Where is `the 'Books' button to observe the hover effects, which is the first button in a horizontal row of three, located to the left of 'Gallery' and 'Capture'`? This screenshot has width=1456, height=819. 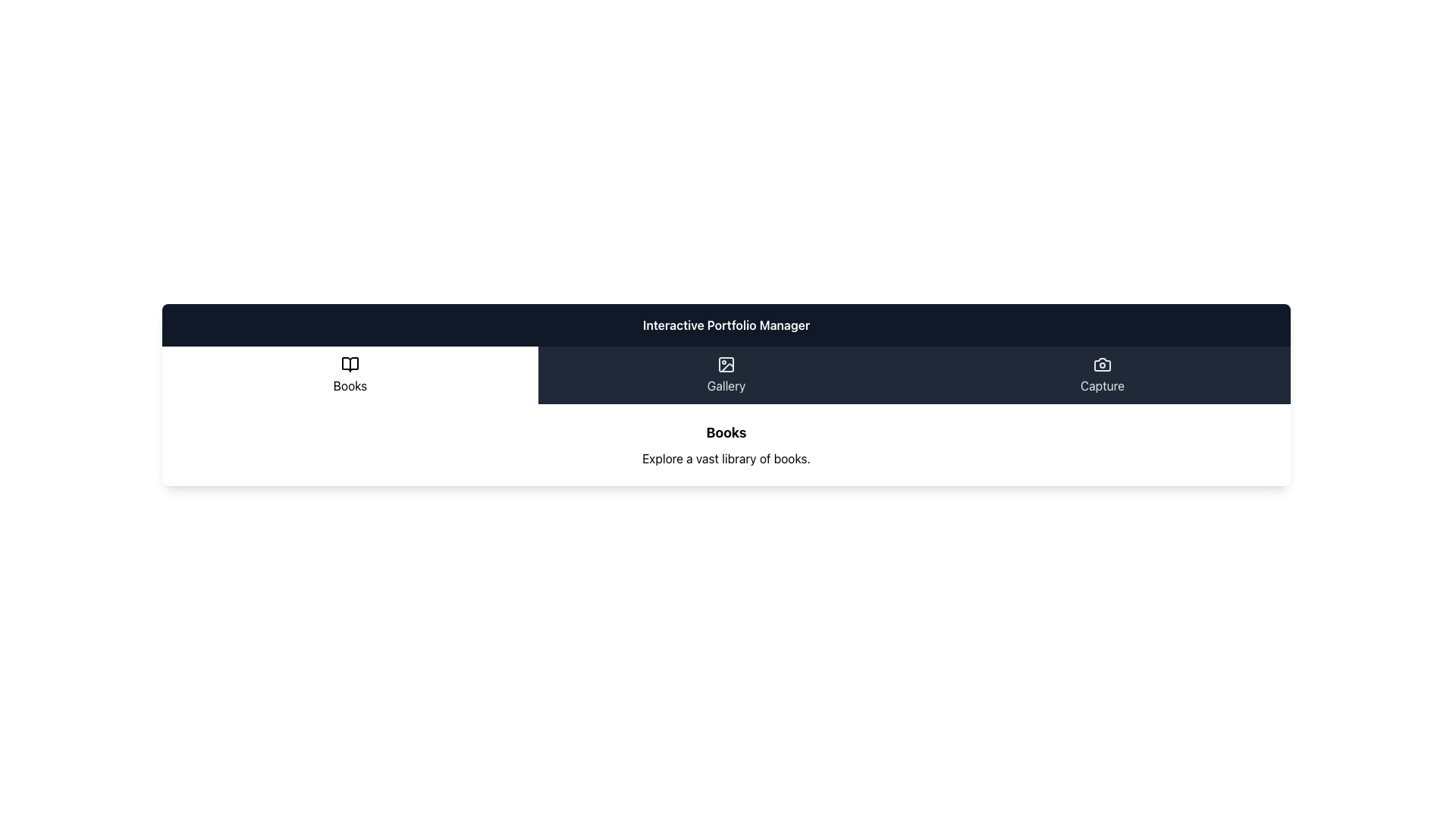 the 'Books' button to observe the hover effects, which is the first button in a horizontal row of three, located to the left of 'Gallery' and 'Capture' is located at coordinates (349, 375).